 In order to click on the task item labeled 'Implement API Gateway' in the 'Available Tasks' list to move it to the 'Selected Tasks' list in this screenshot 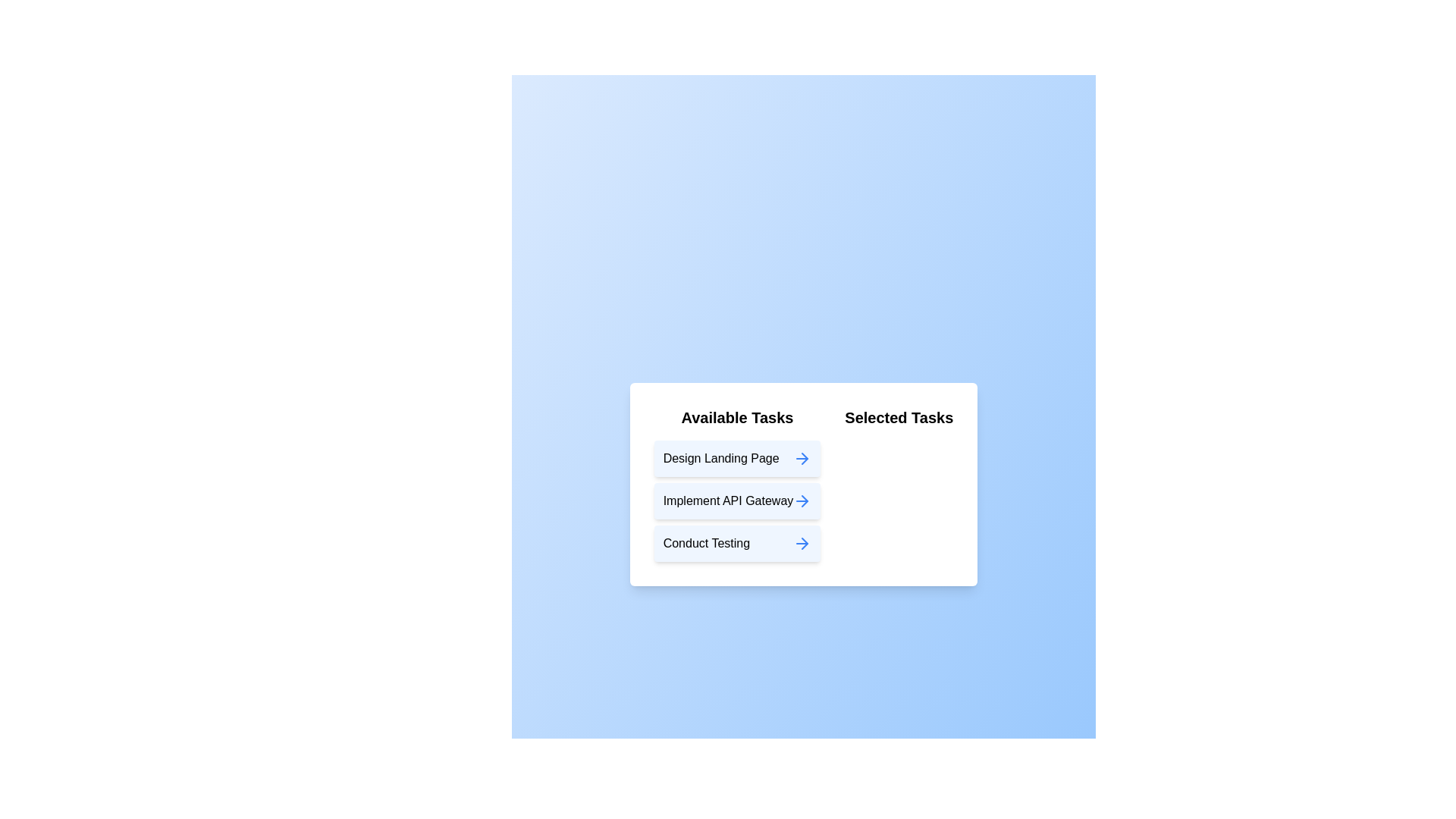, I will do `click(737, 500)`.